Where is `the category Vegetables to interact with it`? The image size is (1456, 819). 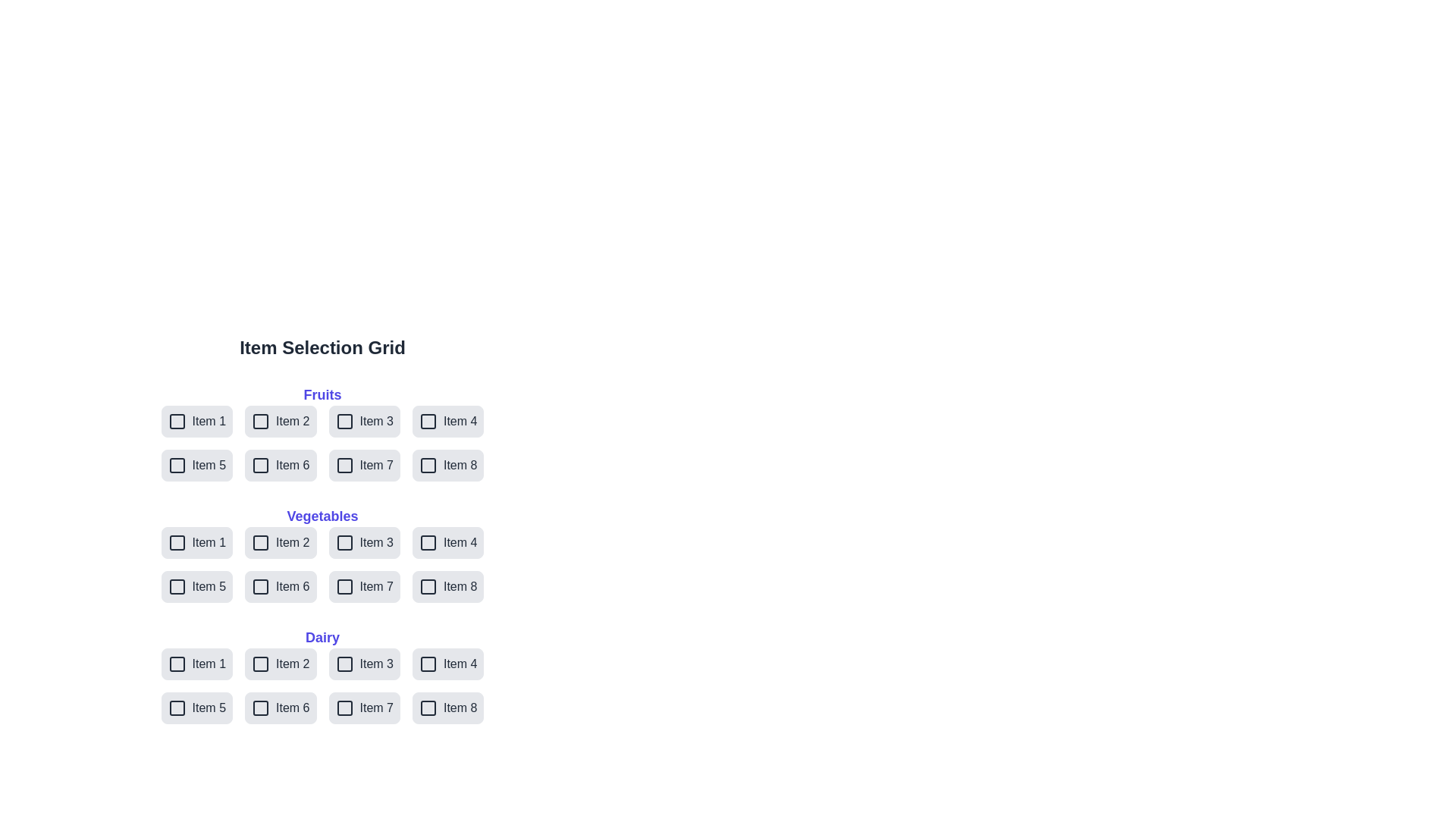 the category Vegetables to interact with it is located at coordinates (322, 516).